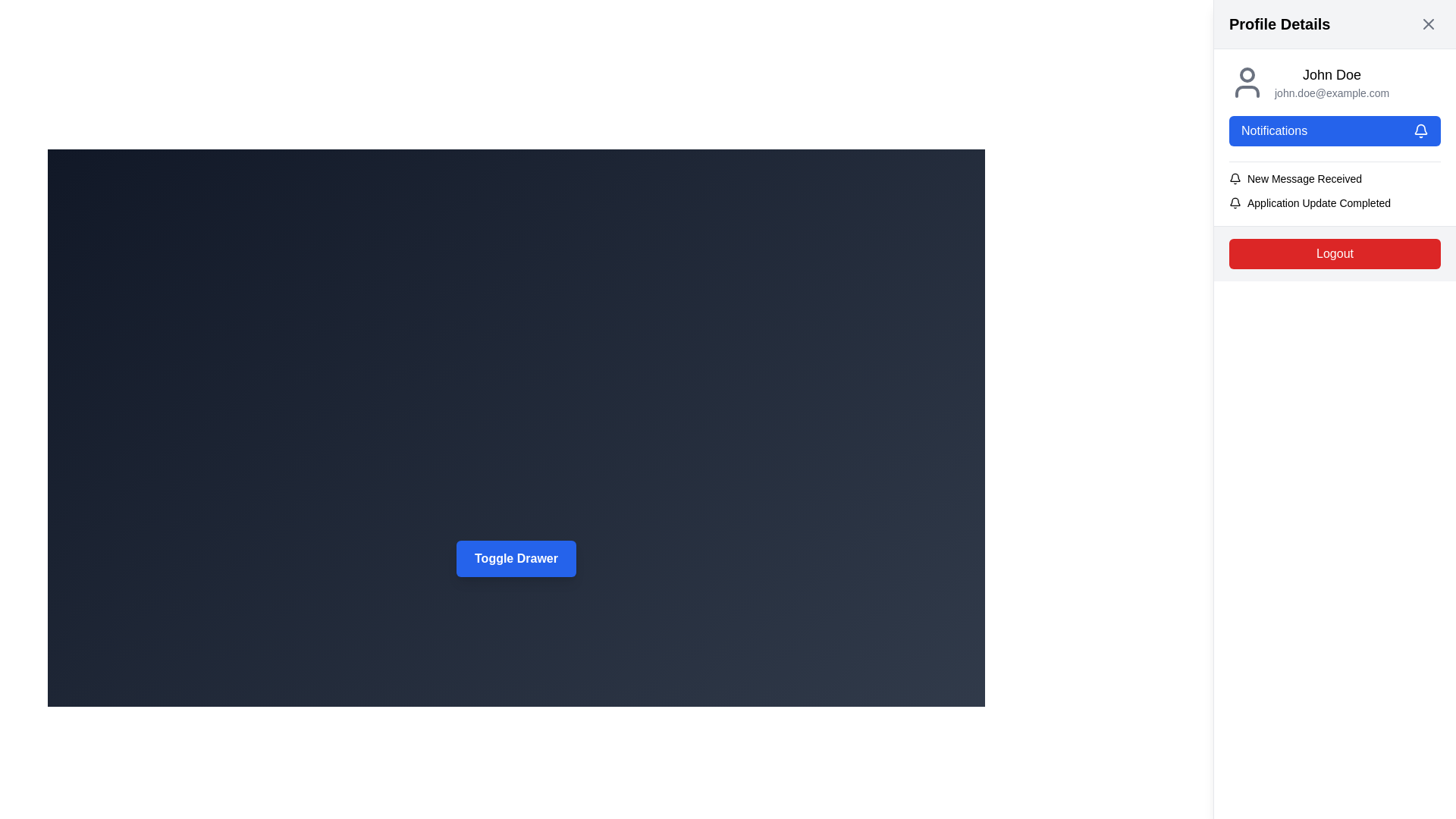  Describe the element at coordinates (1427, 24) in the screenshot. I see `the close icon button styled as a gray 'X' located in the top-right corner of the 'Profile Details' header` at that location.